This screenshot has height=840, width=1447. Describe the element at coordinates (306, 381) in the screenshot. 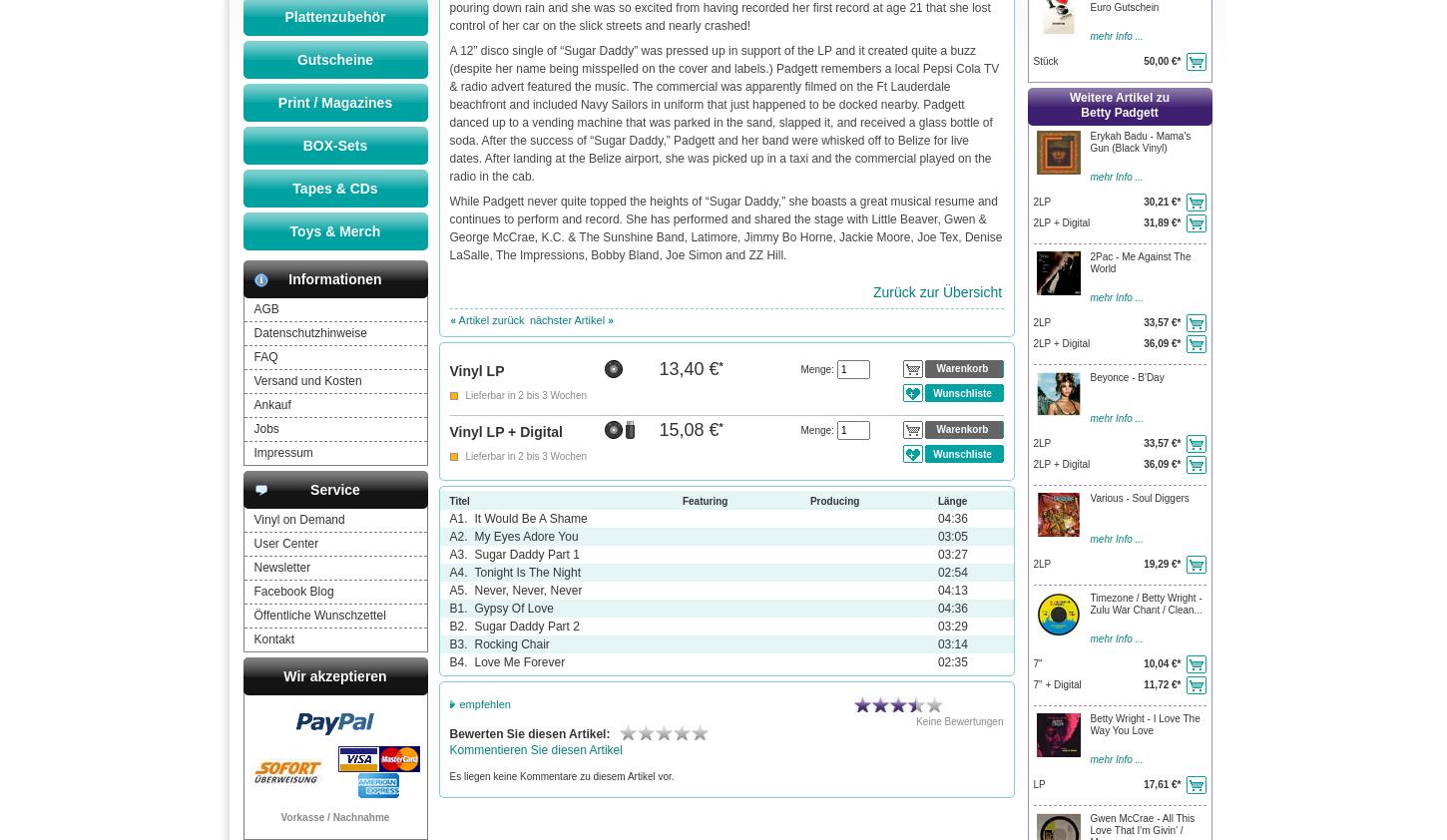

I see `'Versand und Kosten'` at that location.